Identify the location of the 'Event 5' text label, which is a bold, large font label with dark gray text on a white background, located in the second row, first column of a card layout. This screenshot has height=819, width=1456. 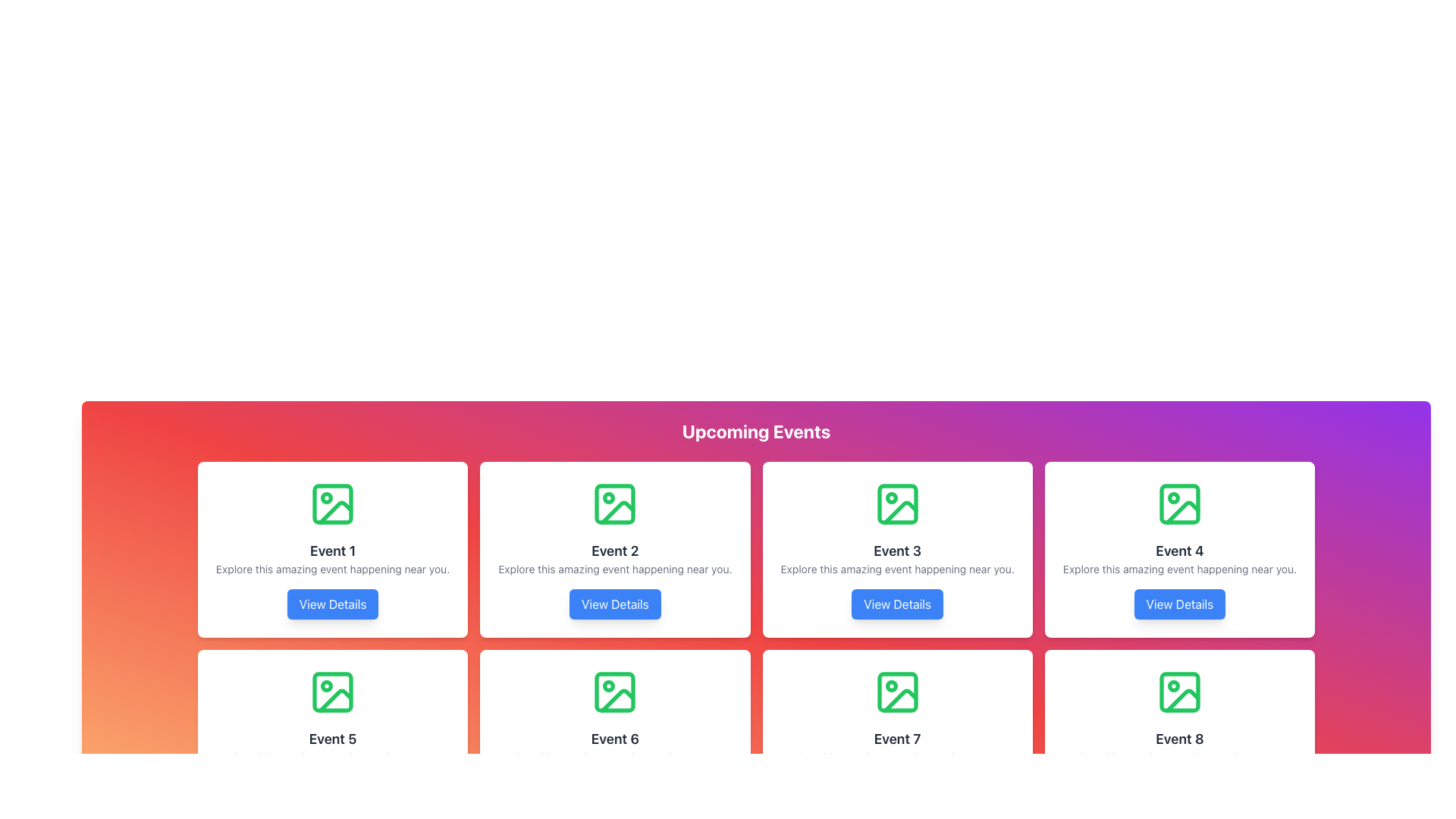
(332, 739).